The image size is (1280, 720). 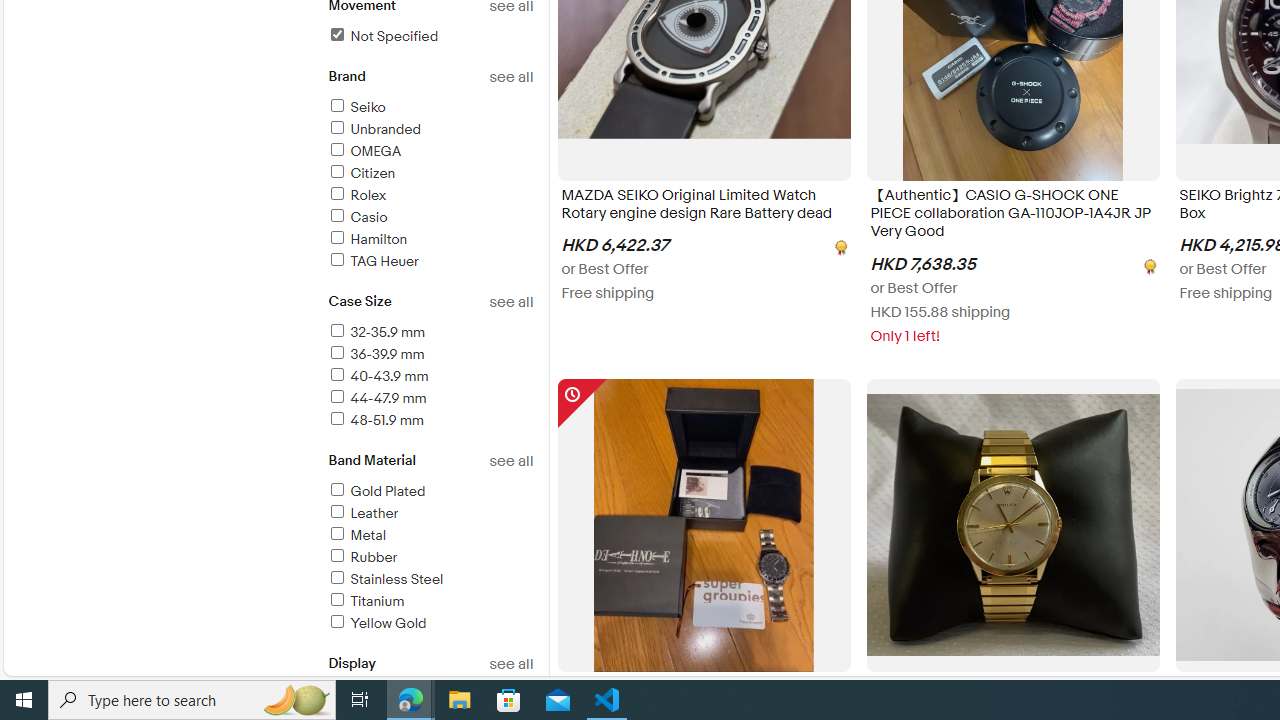 I want to click on 'Casio', so click(x=429, y=218).